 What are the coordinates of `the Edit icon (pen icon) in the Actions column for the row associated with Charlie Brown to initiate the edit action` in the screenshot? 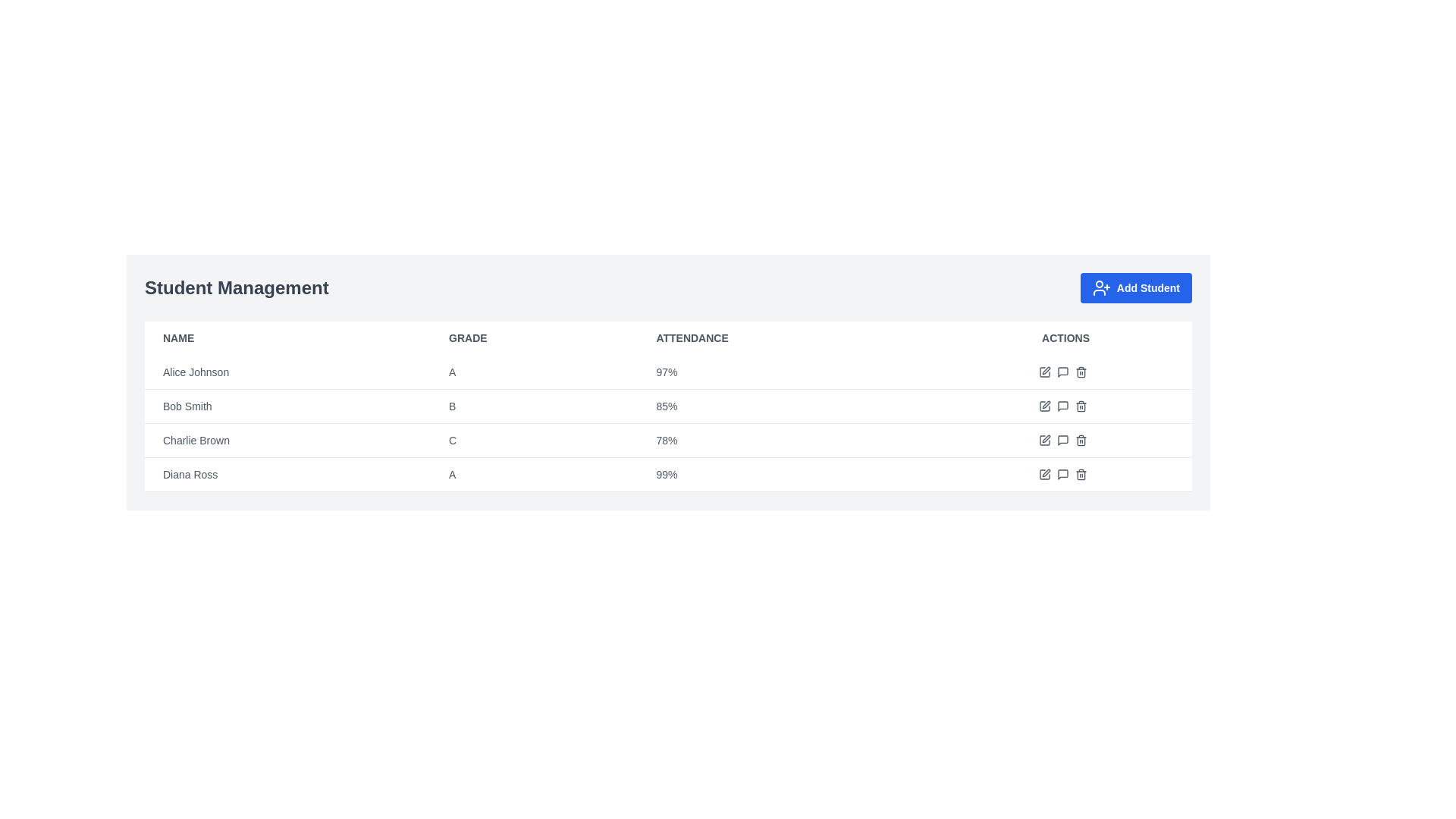 It's located at (1045, 438).